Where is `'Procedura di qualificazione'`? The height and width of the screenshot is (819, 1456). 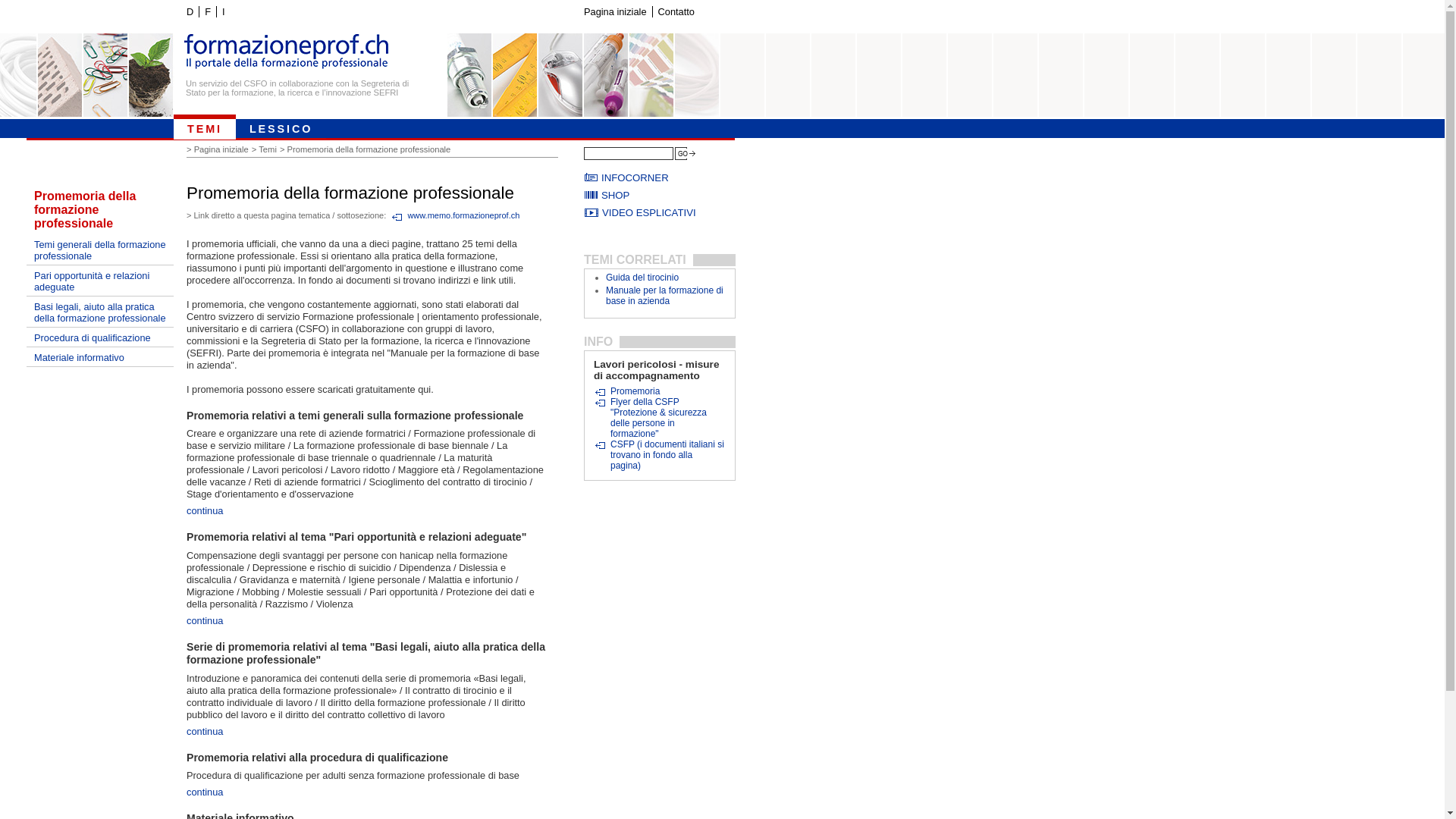
'Procedura di qualificazione' is located at coordinates (99, 336).